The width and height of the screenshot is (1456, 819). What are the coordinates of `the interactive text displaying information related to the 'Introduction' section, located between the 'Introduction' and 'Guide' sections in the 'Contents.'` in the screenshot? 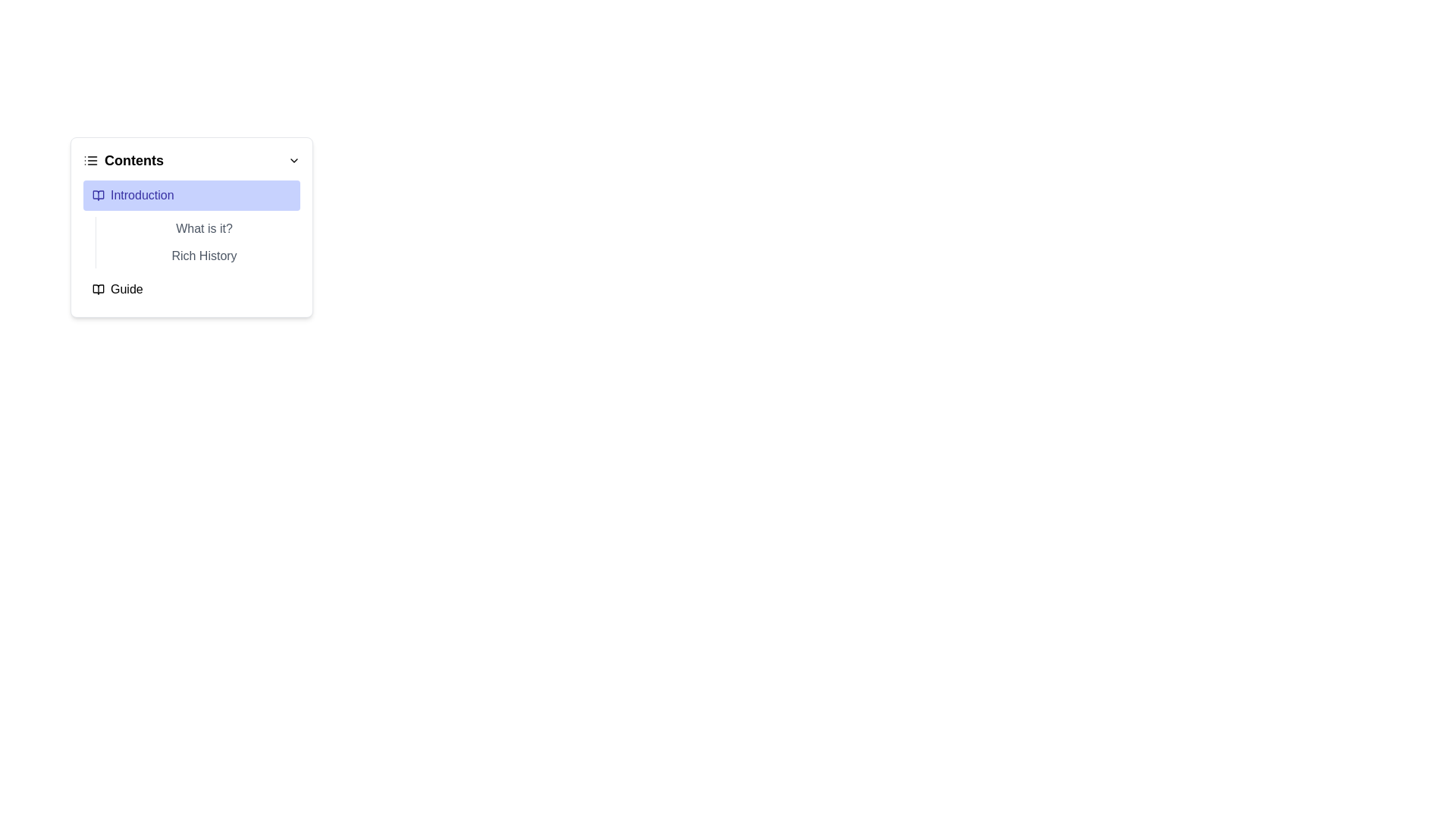 It's located at (191, 242).